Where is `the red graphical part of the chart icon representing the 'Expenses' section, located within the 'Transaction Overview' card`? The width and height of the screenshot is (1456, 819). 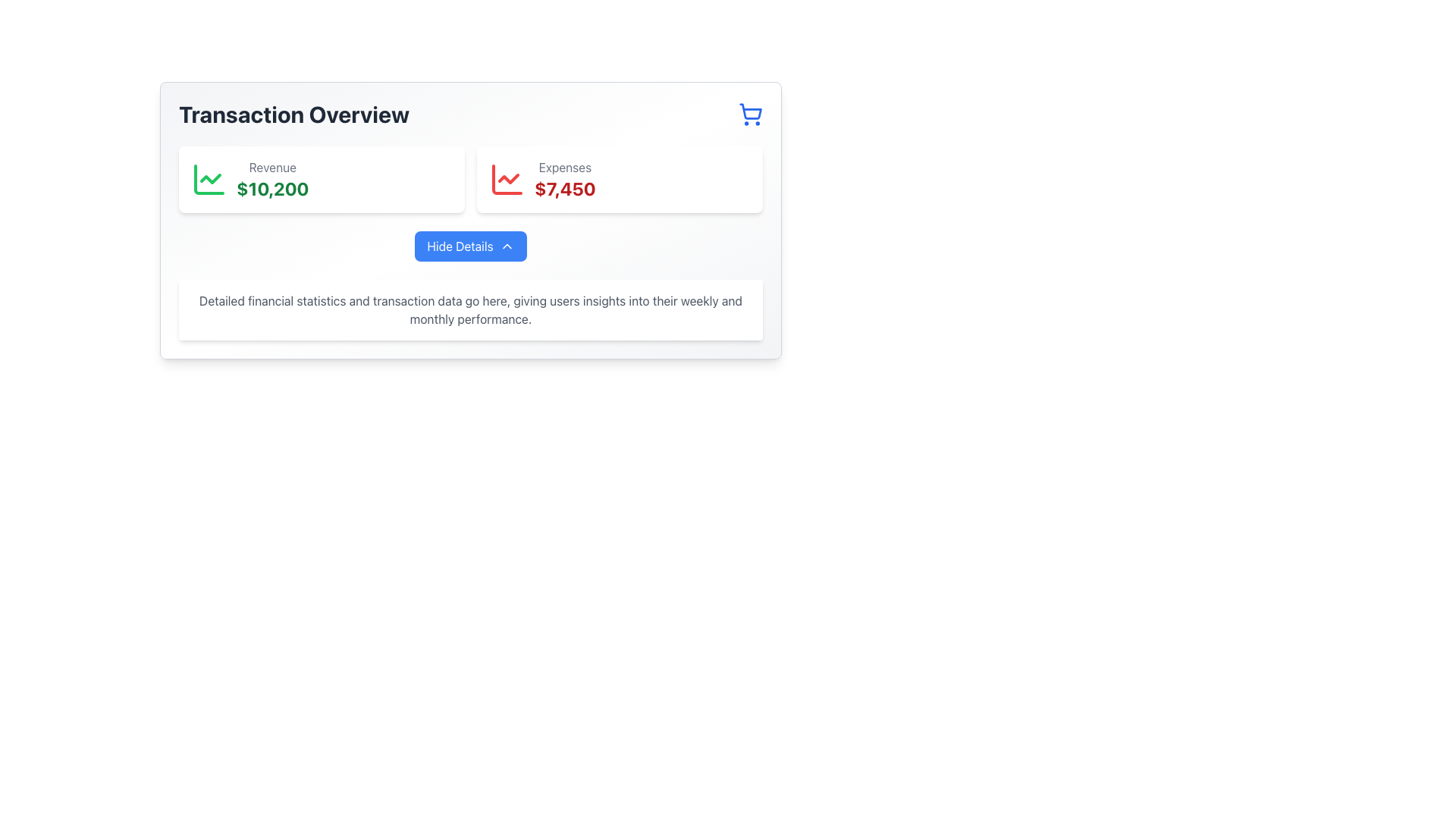 the red graphical part of the chart icon representing the 'Expenses' section, located within the 'Transaction Overview' card is located at coordinates (507, 178).